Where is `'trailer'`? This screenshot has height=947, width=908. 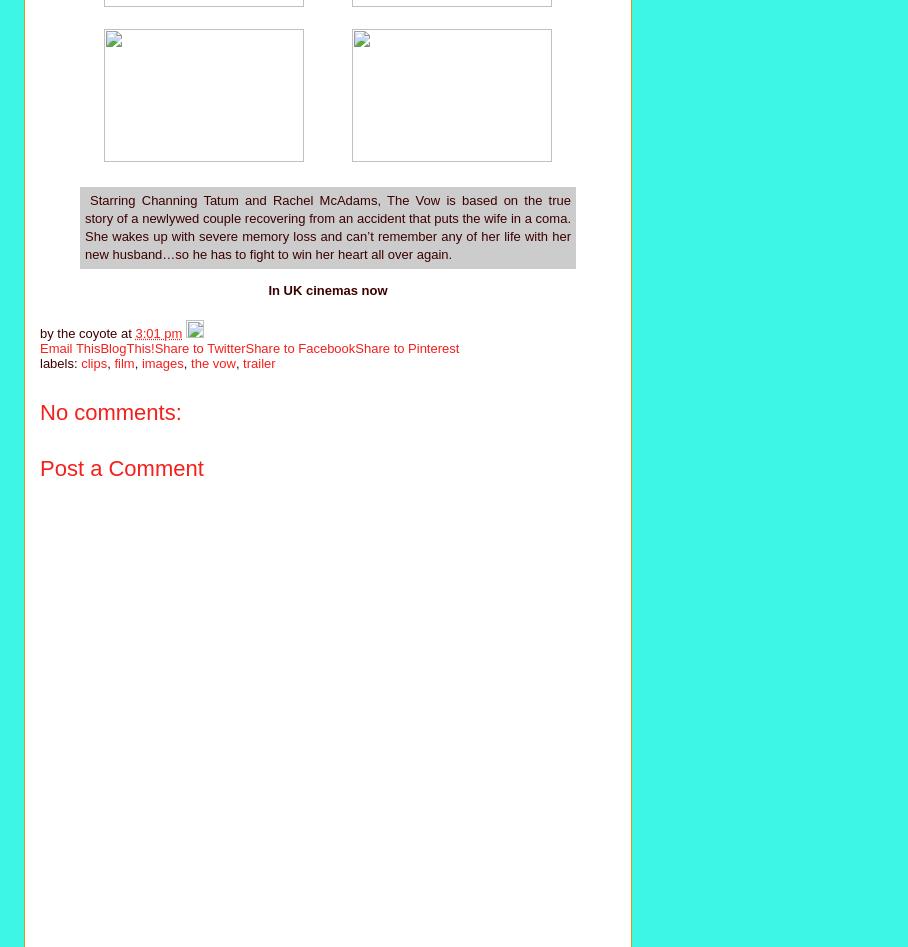 'trailer' is located at coordinates (257, 362).